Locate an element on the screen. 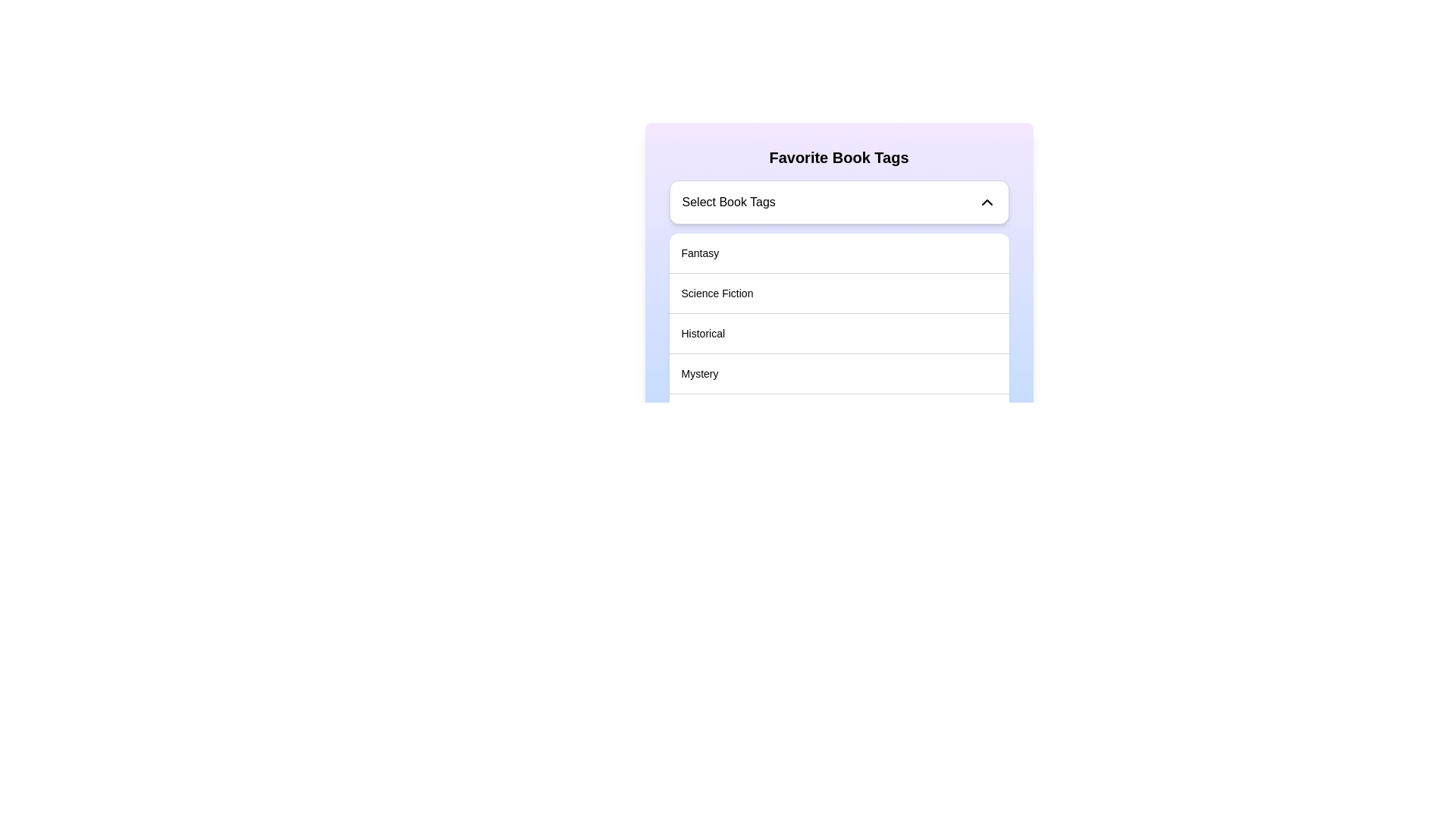 The width and height of the screenshot is (1456, 819). to select the 'Historical' option from the dropdown menu in the 'Favorite Book Tags' dialog, which is the third item in a vertically stacked list is located at coordinates (702, 332).